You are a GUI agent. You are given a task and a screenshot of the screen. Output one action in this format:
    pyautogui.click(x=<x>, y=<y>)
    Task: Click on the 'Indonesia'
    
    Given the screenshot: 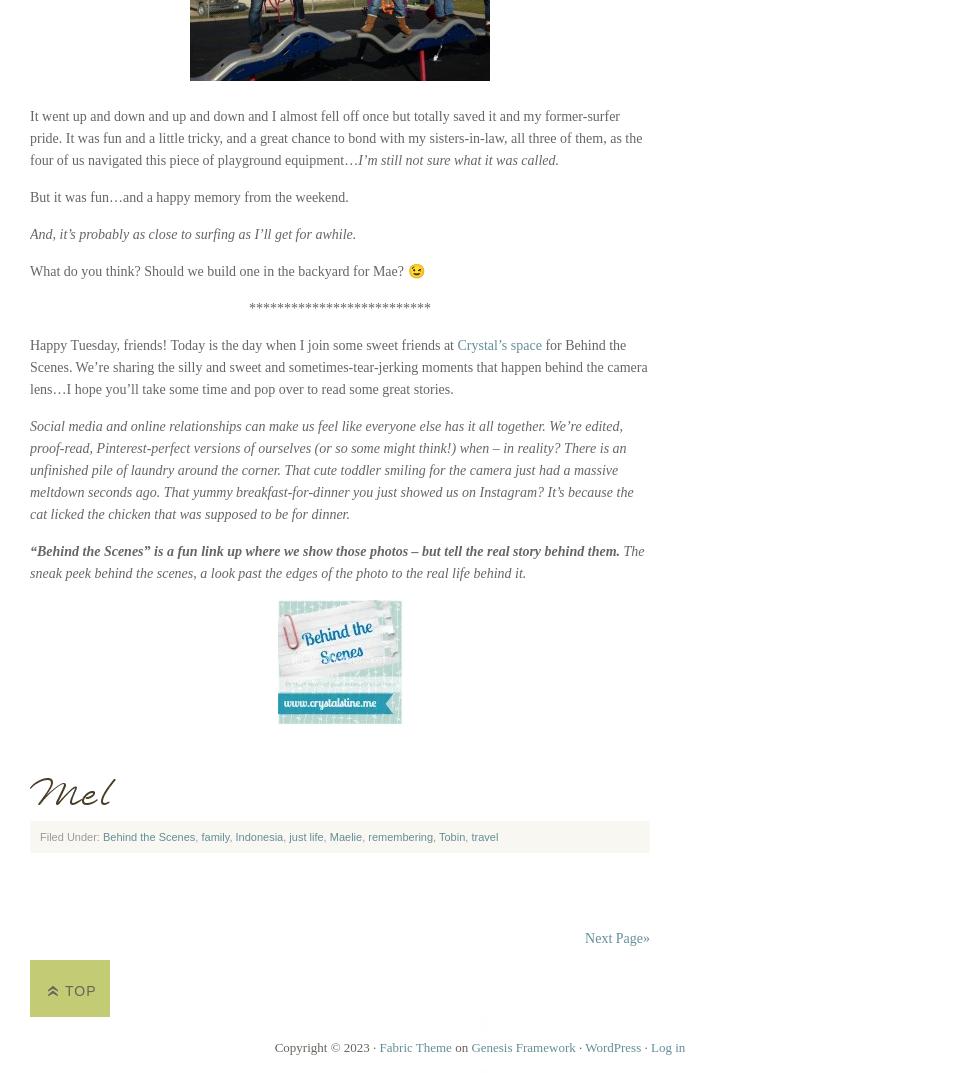 What is the action you would take?
    pyautogui.click(x=258, y=836)
    